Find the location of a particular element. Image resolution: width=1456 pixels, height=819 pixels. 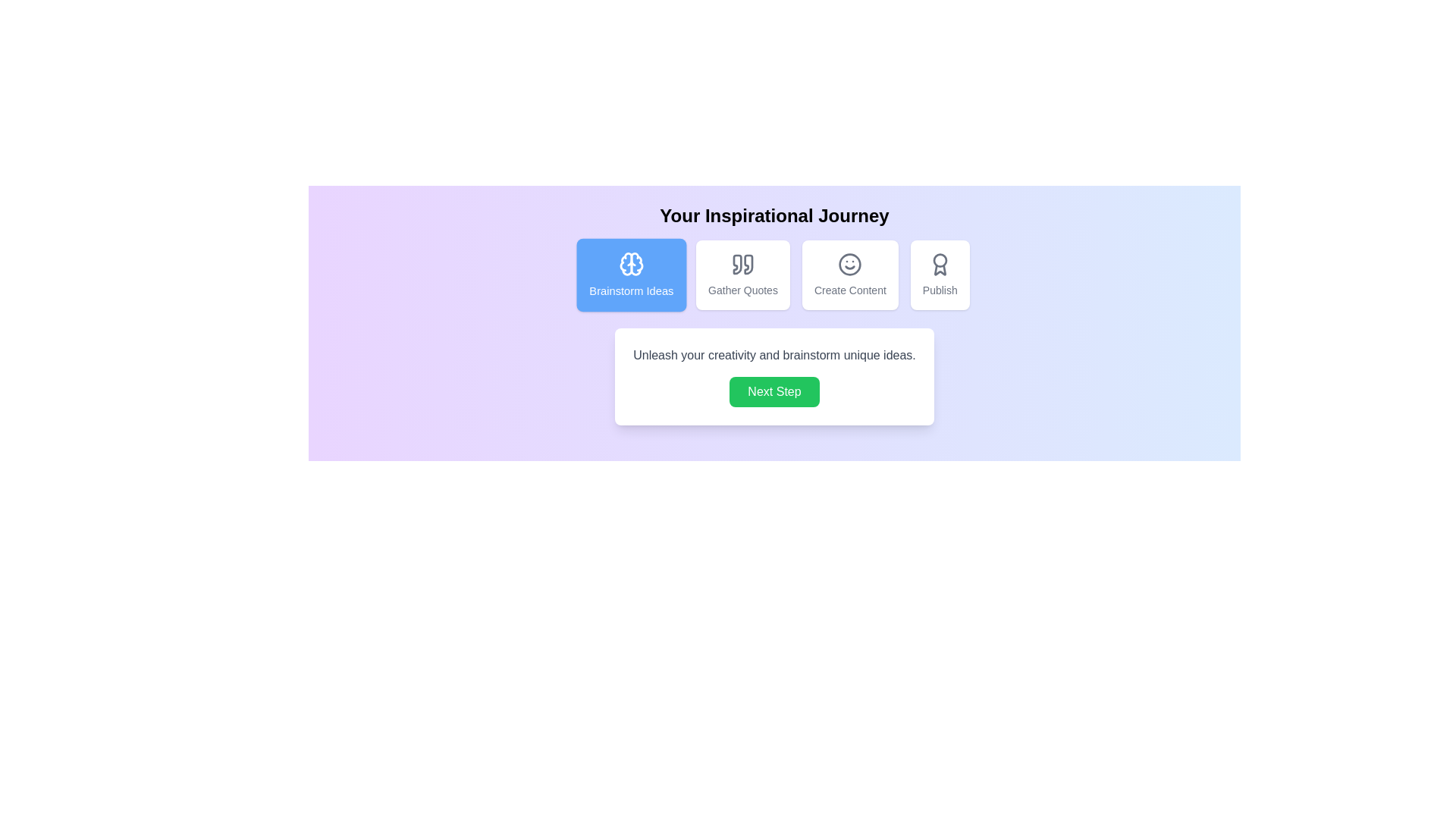

'Next Step' button to proceed to the next step is located at coordinates (774, 391).